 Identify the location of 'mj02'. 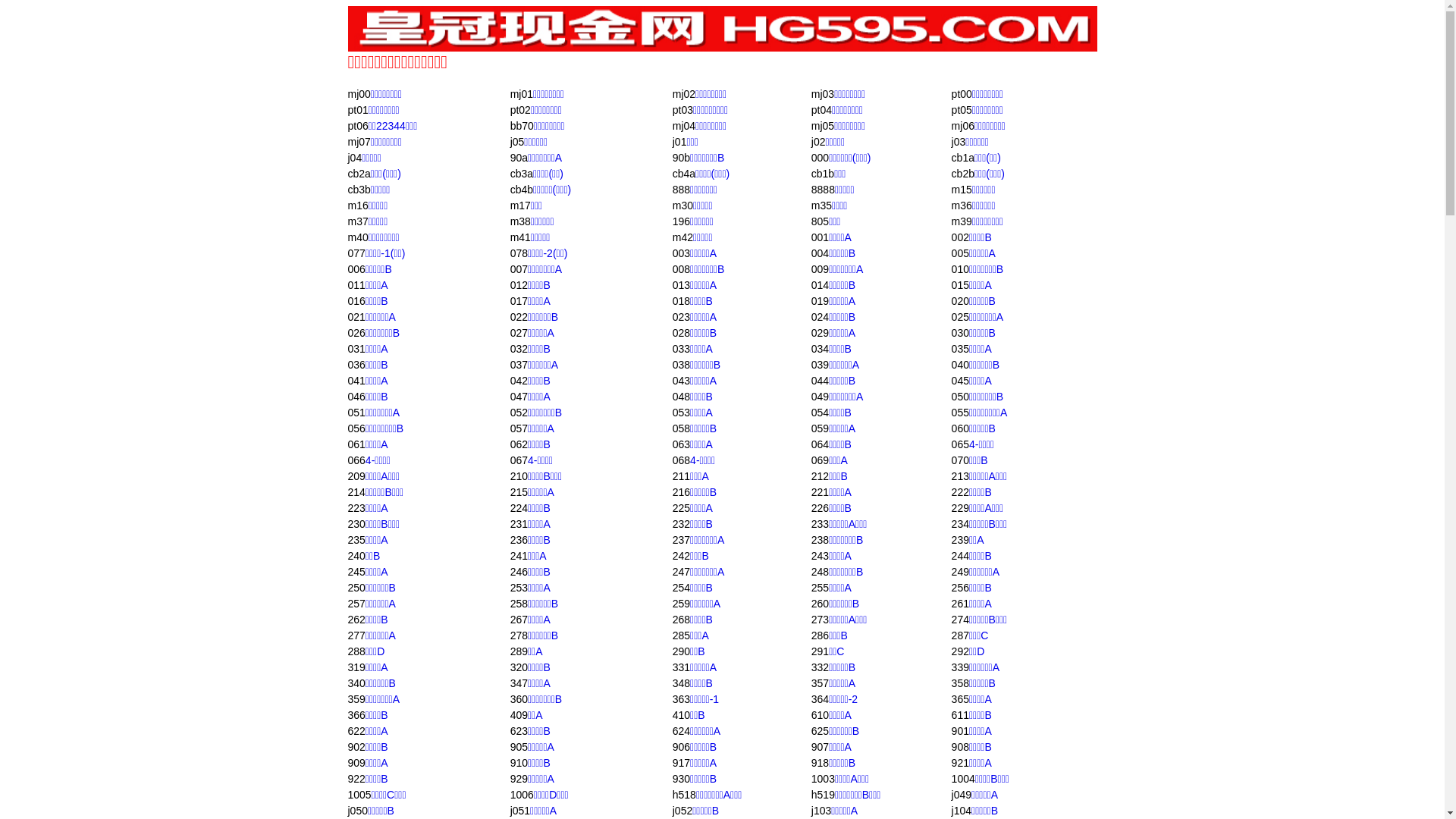
(683, 93).